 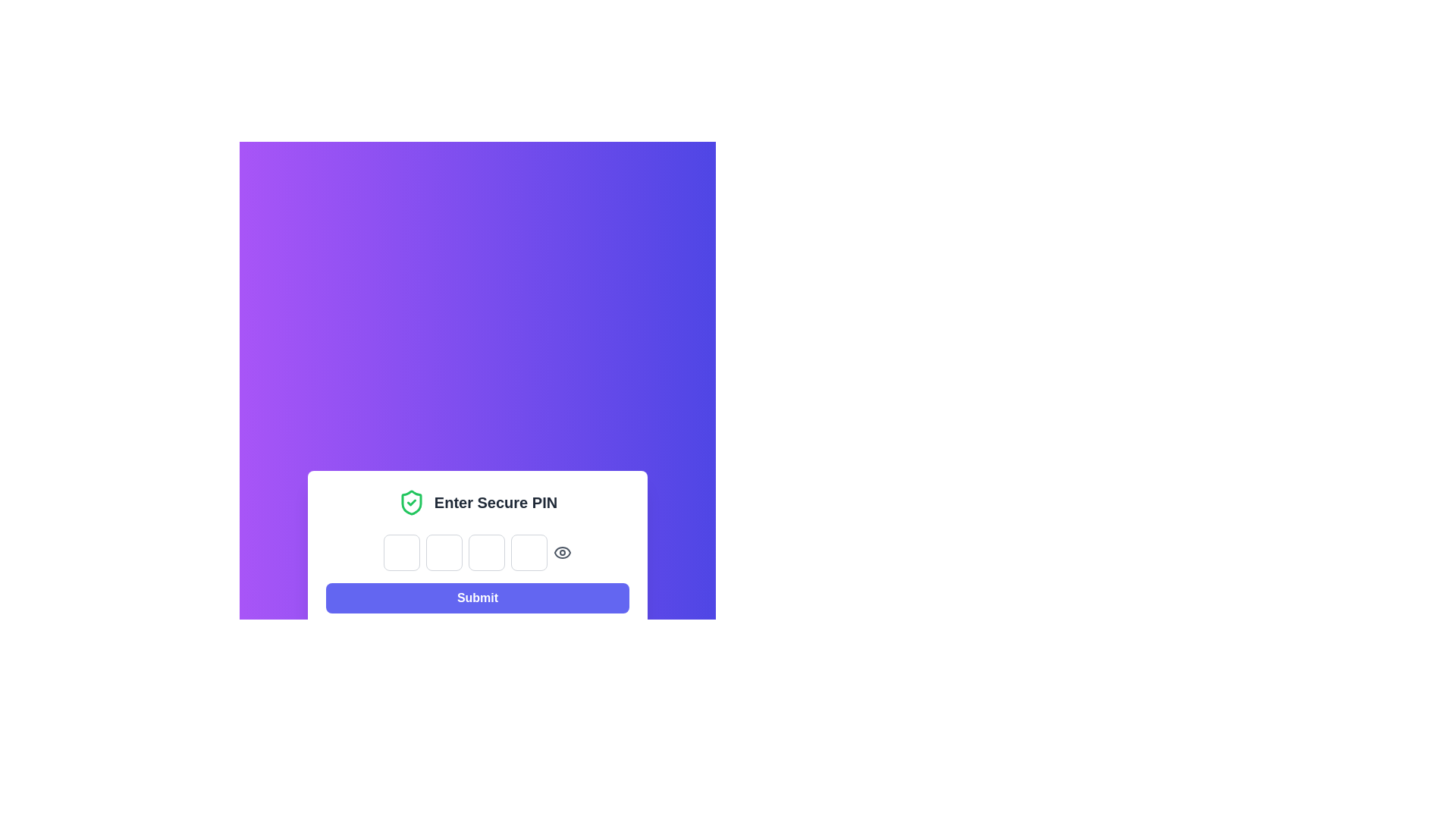 I want to click on the visibility toggle button for the entered PIN, which is located at the rightmost side of the PIN input section, so click(x=562, y=553).